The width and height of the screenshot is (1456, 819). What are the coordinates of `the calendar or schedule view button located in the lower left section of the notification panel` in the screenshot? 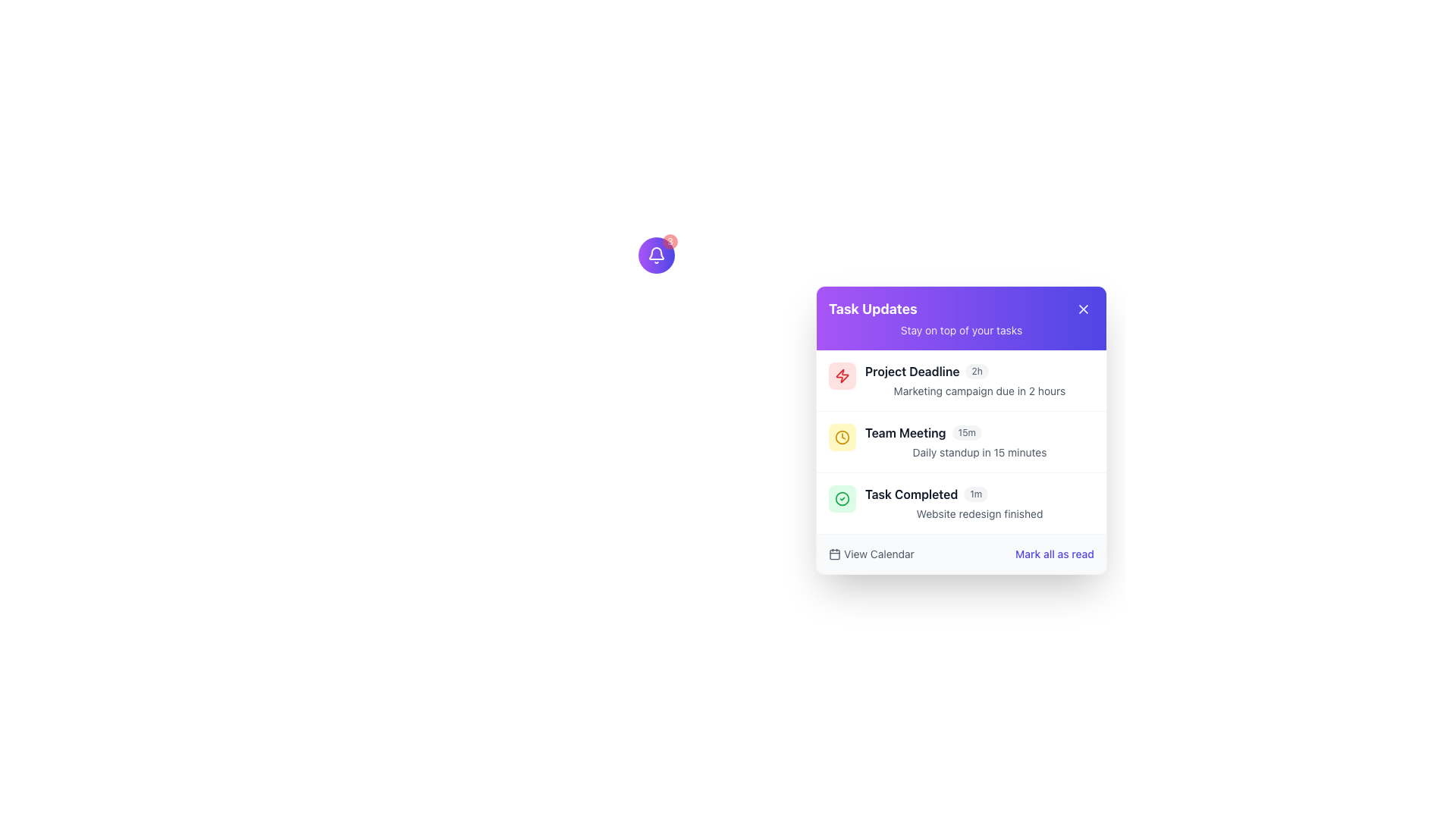 It's located at (871, 554).